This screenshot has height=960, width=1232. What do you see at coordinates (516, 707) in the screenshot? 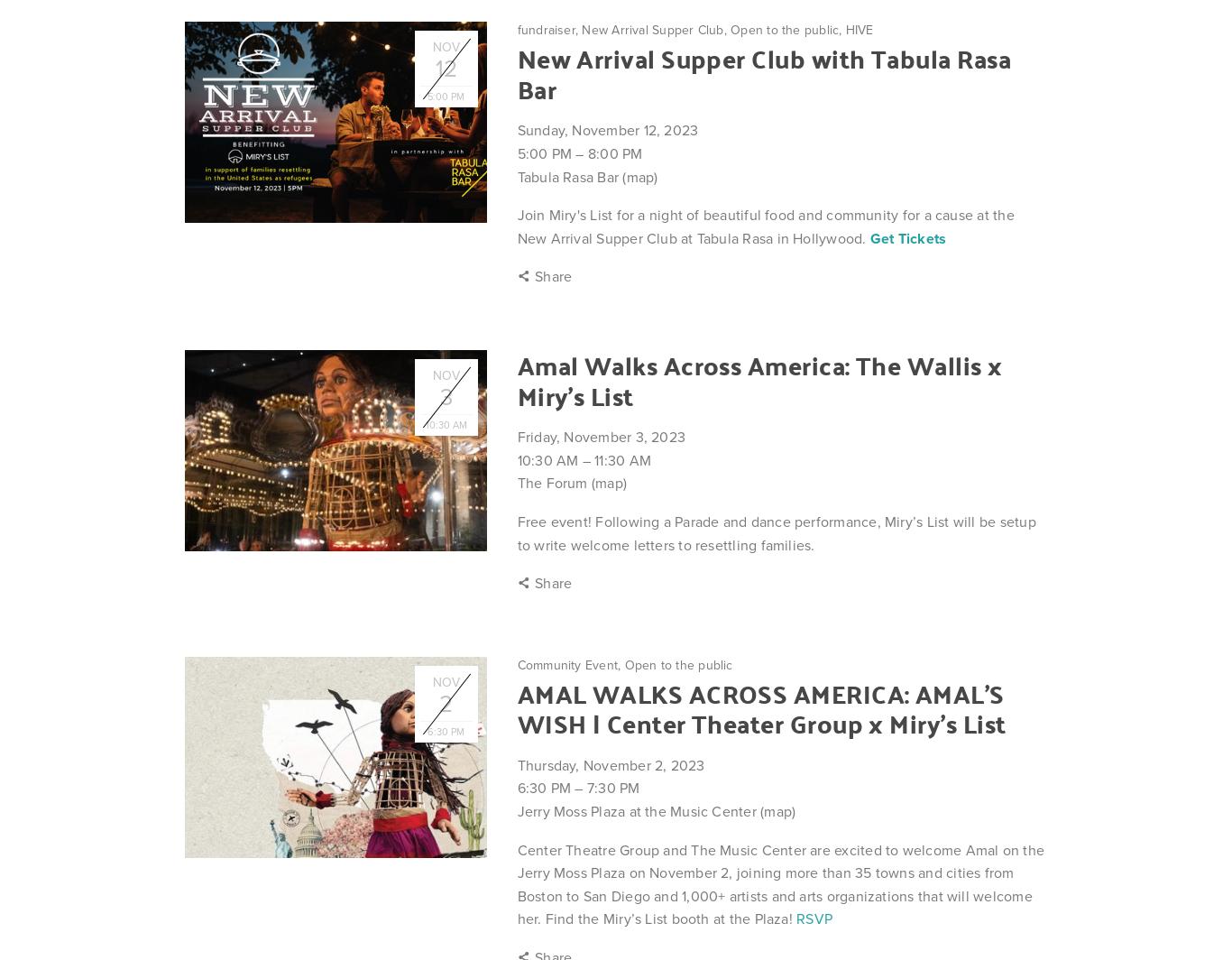
I see `'AMAL WALKS ACROSS AMERICA: AMAL’S WISH | Center Theater Group x Miry's List'` at bounding box center [516, 707].